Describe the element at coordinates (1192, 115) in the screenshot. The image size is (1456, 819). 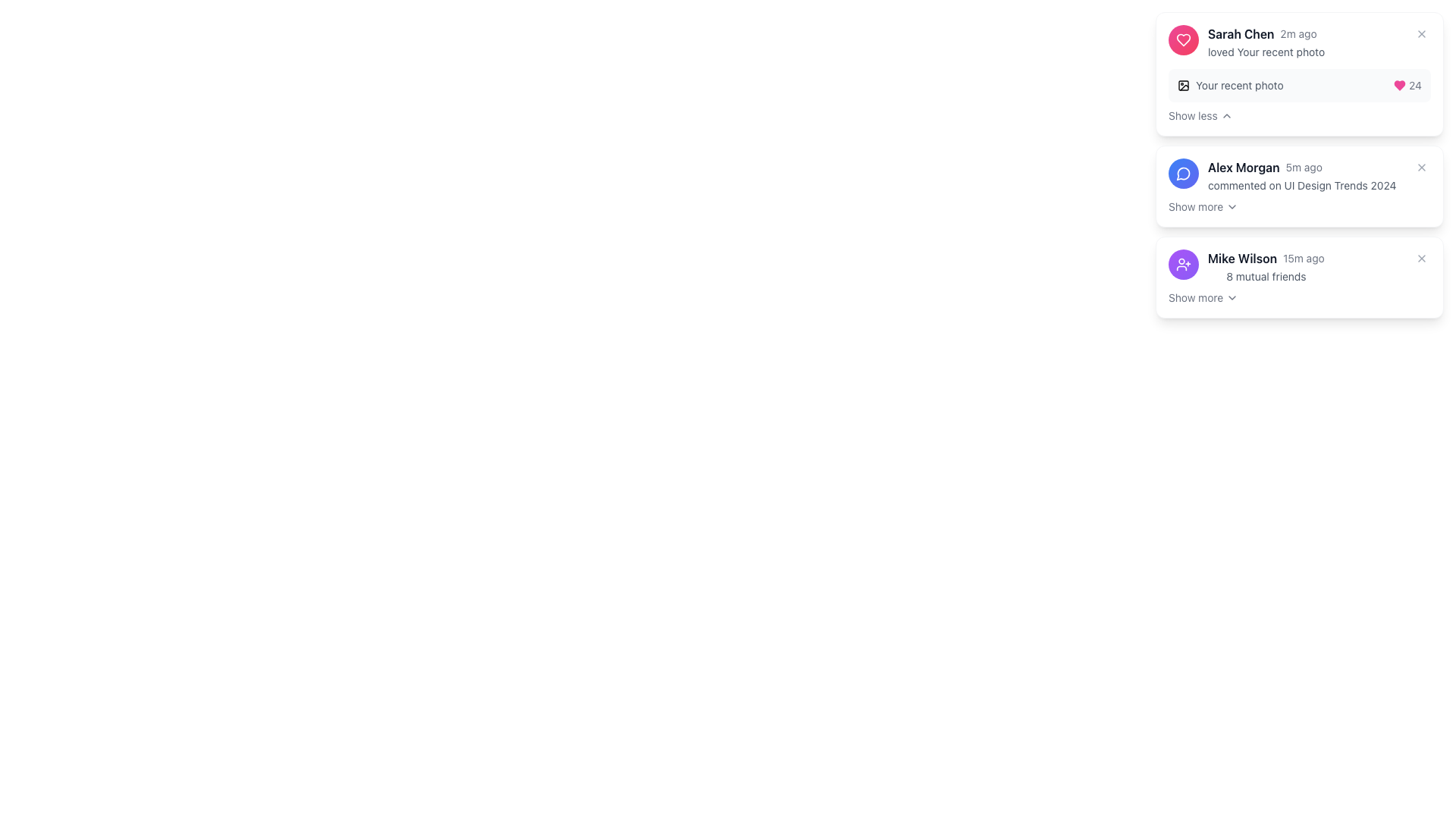
I see `the text label for 'Sarah Chen'` at that location.